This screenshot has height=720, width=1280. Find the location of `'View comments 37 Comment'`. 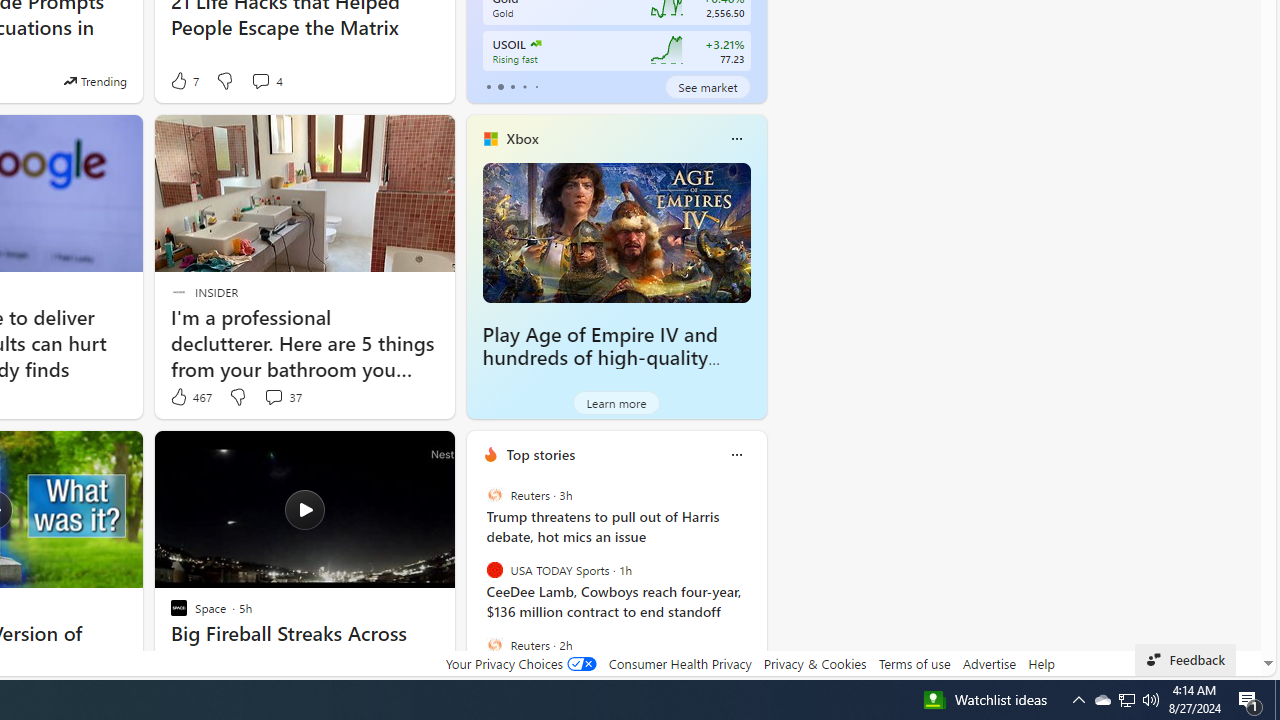

'View comments 37 Comment' is located at coordinates (281, 397).